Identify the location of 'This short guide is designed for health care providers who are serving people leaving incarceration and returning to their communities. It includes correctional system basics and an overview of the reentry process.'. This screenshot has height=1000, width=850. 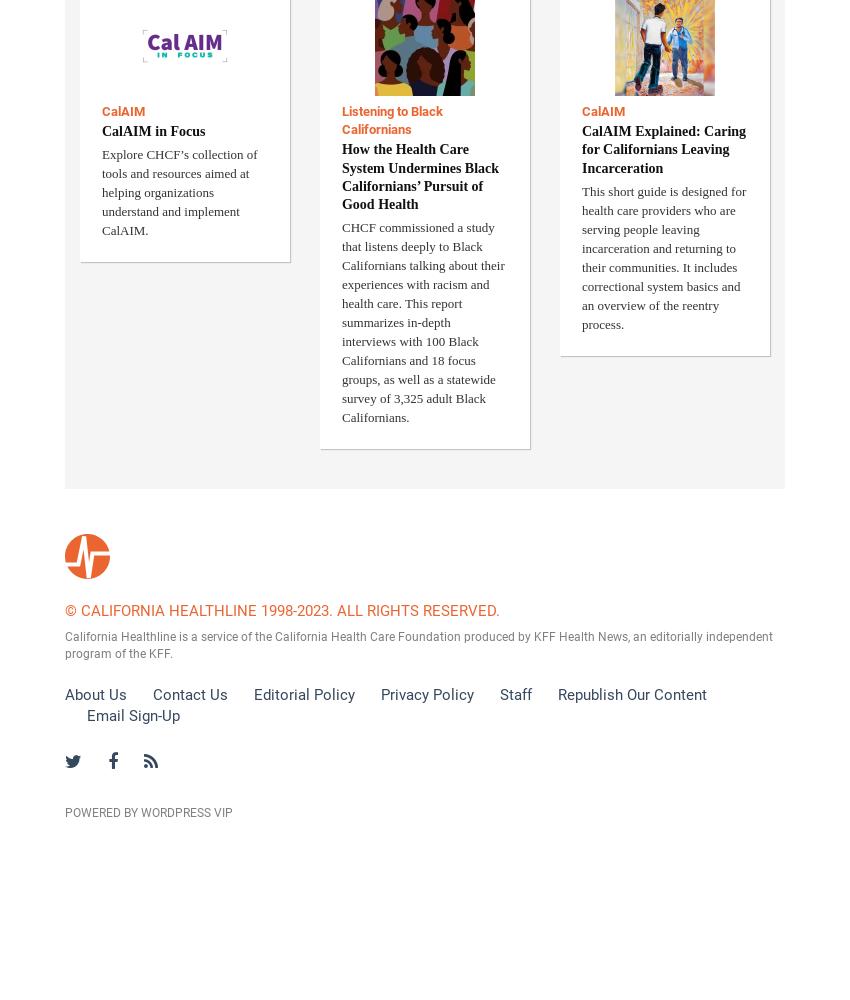
(663, 257).